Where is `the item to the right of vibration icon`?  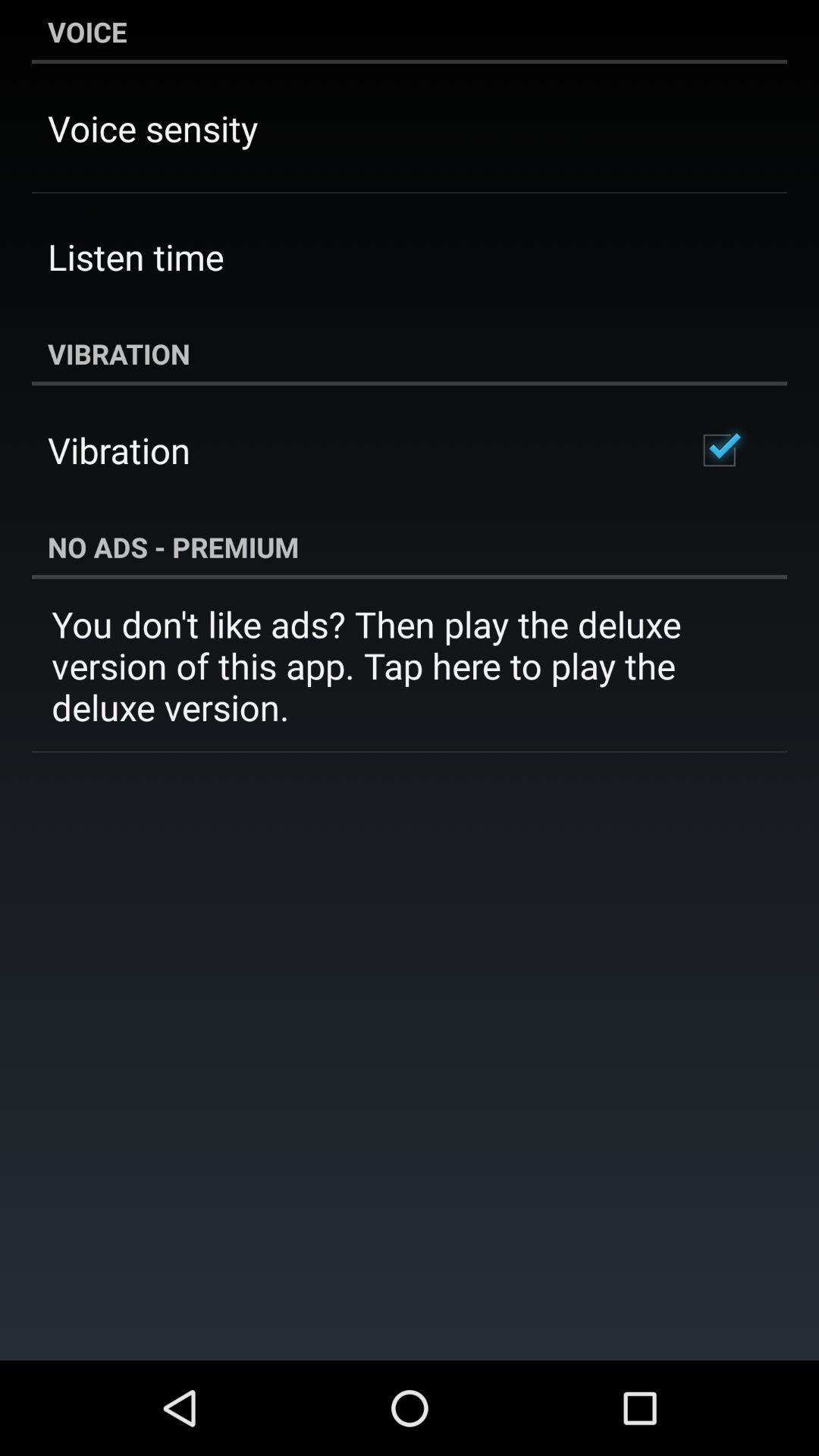
the item to the right of vibration icon is located at coordinates (718, 450).